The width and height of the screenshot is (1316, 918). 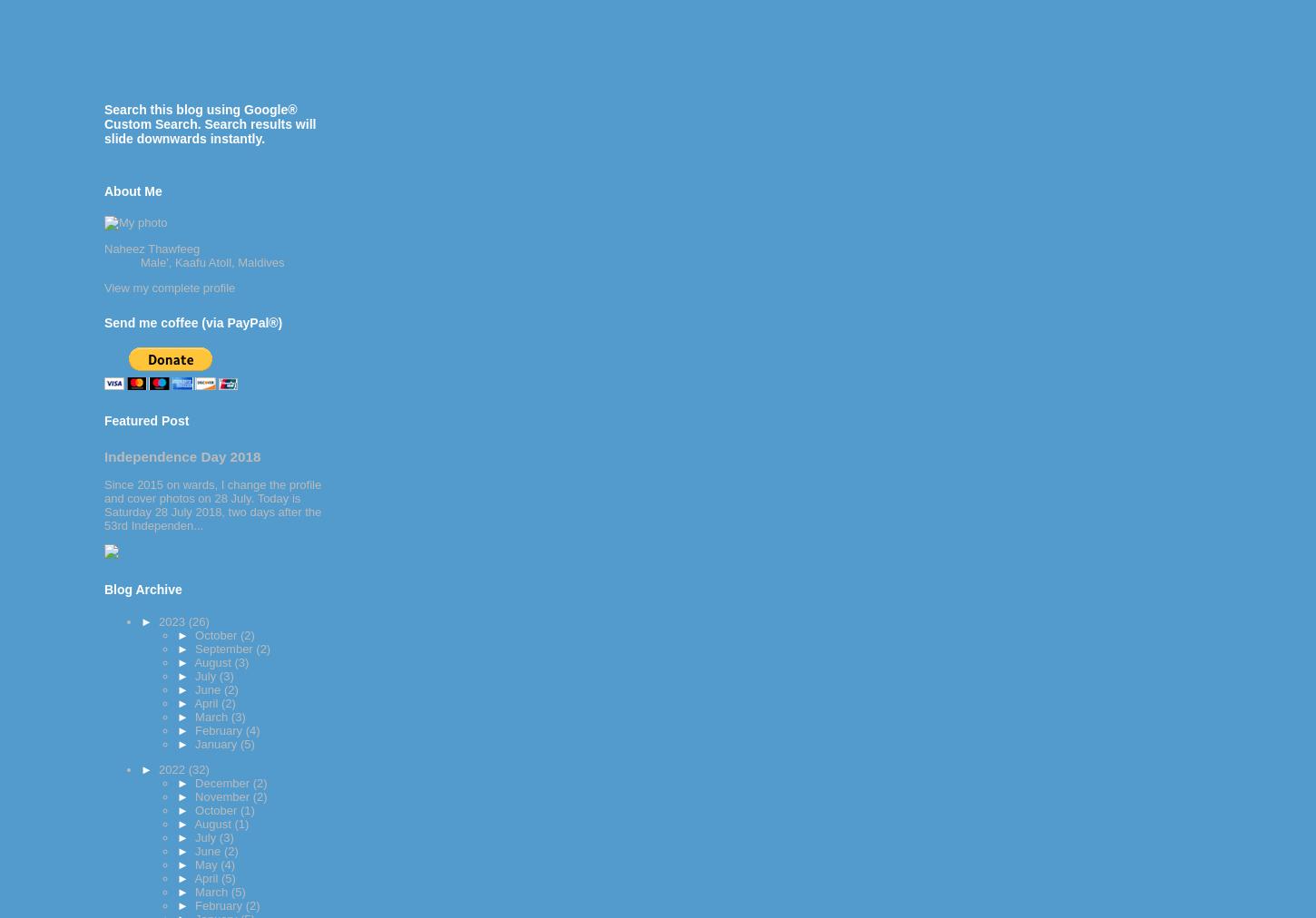 I want to click on 'Since 2015 on wards, I change the profile and cover photos on 28 July.   Today is Saturday 28 July 2018, two days after the 53rd Independen...', so click(x=211, y=503).